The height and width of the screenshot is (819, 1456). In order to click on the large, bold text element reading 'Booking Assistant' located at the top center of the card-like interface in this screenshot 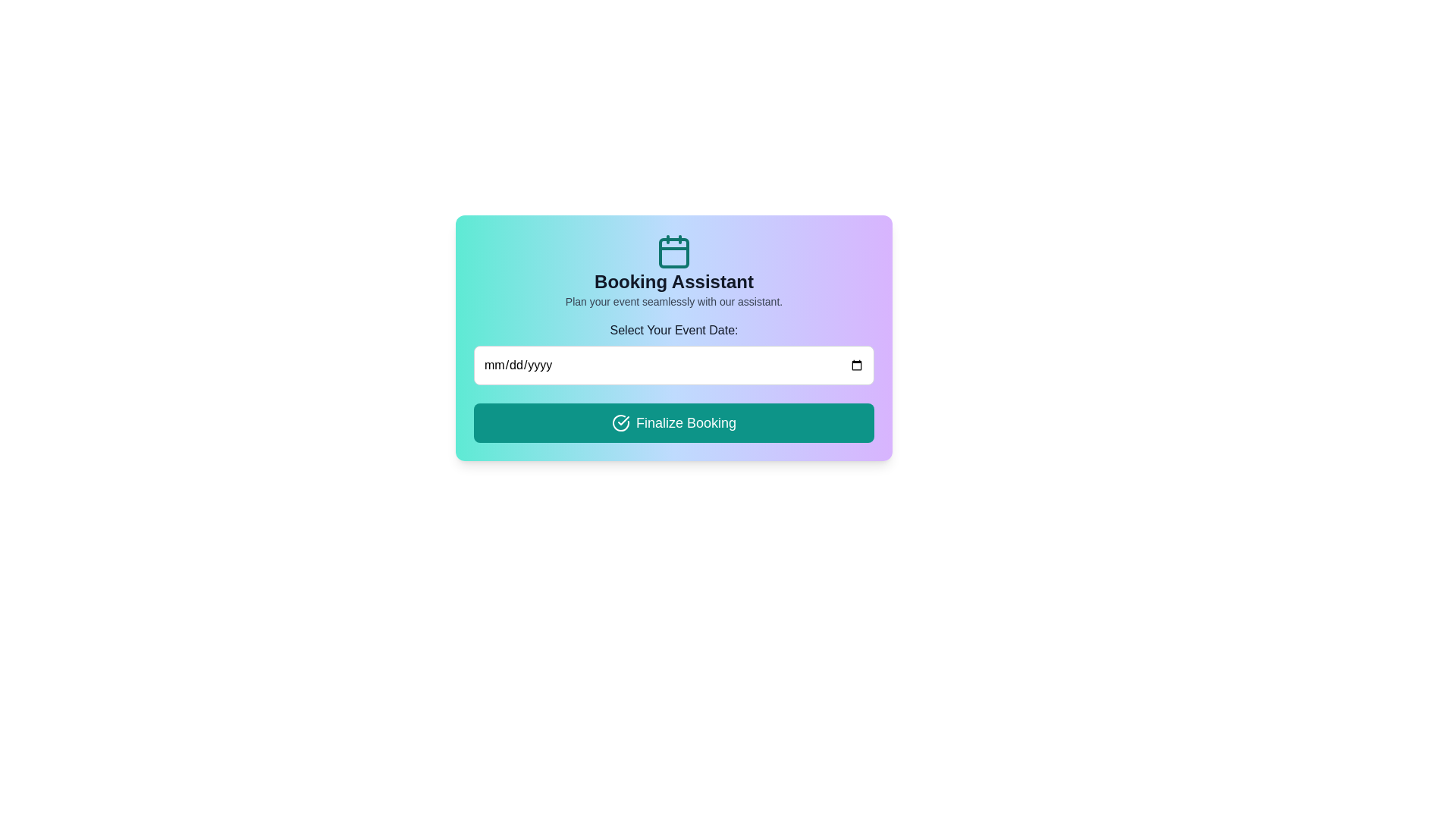, I will do `click(673, 281)`.